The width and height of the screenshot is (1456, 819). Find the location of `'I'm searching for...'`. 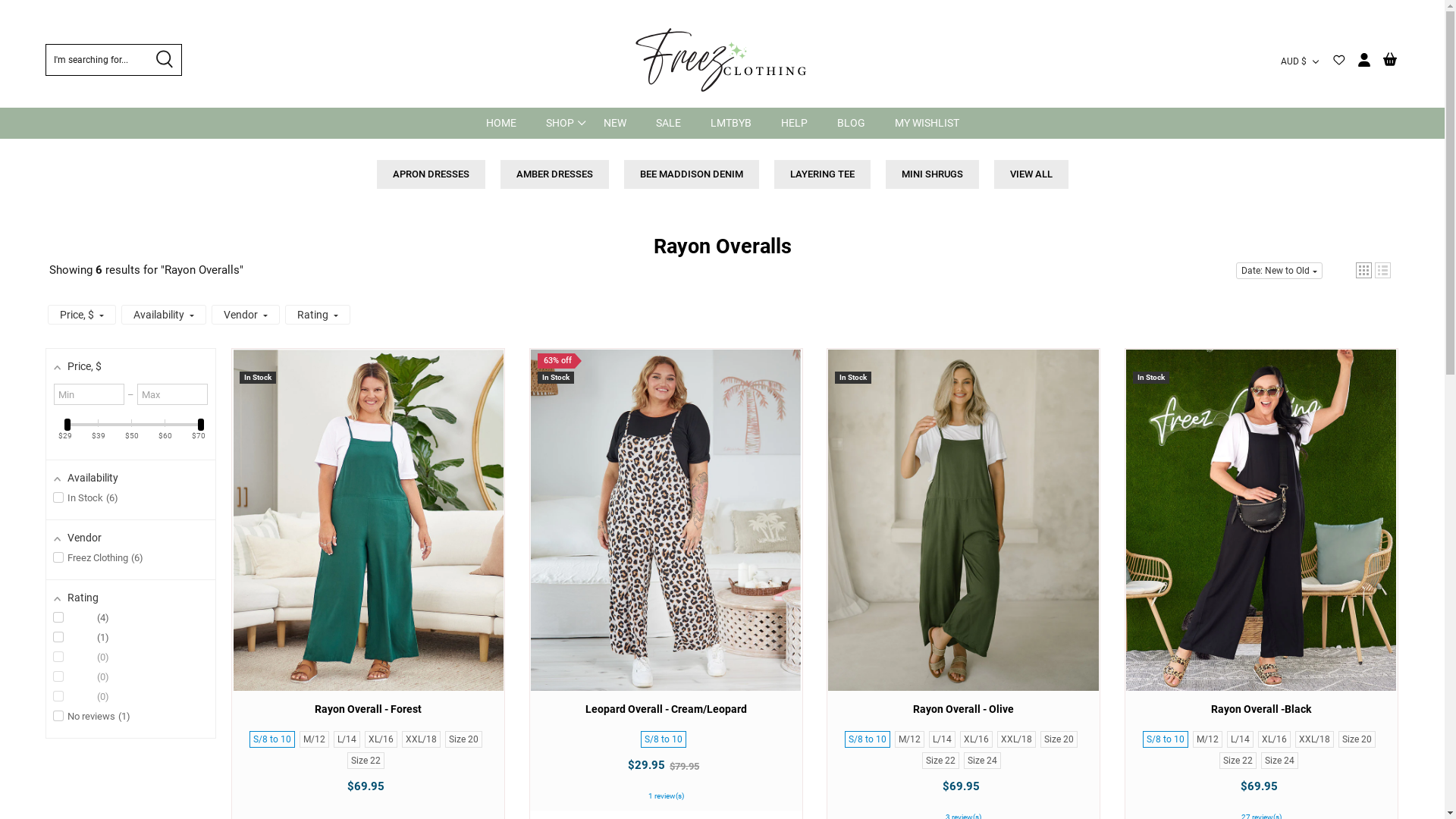

'I'm searching for...' is located at coordinates (112, 58).